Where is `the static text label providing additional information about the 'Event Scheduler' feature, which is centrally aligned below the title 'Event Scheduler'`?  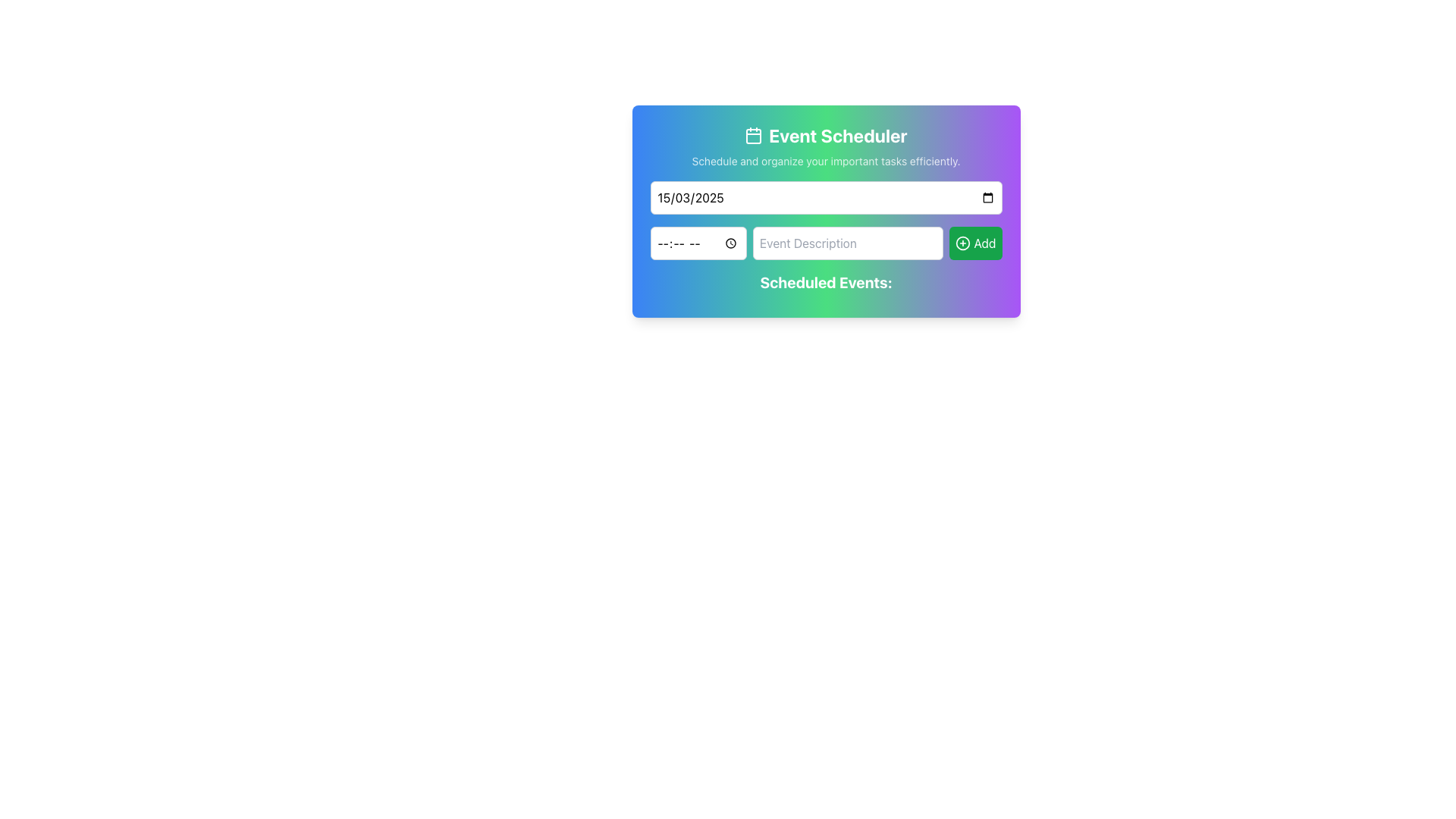 the static text label providing additional information about the 'Event Scheduler' feature, which is centrally aligned below the title 'Event Scheduler' is located at coordinates (825, 161).